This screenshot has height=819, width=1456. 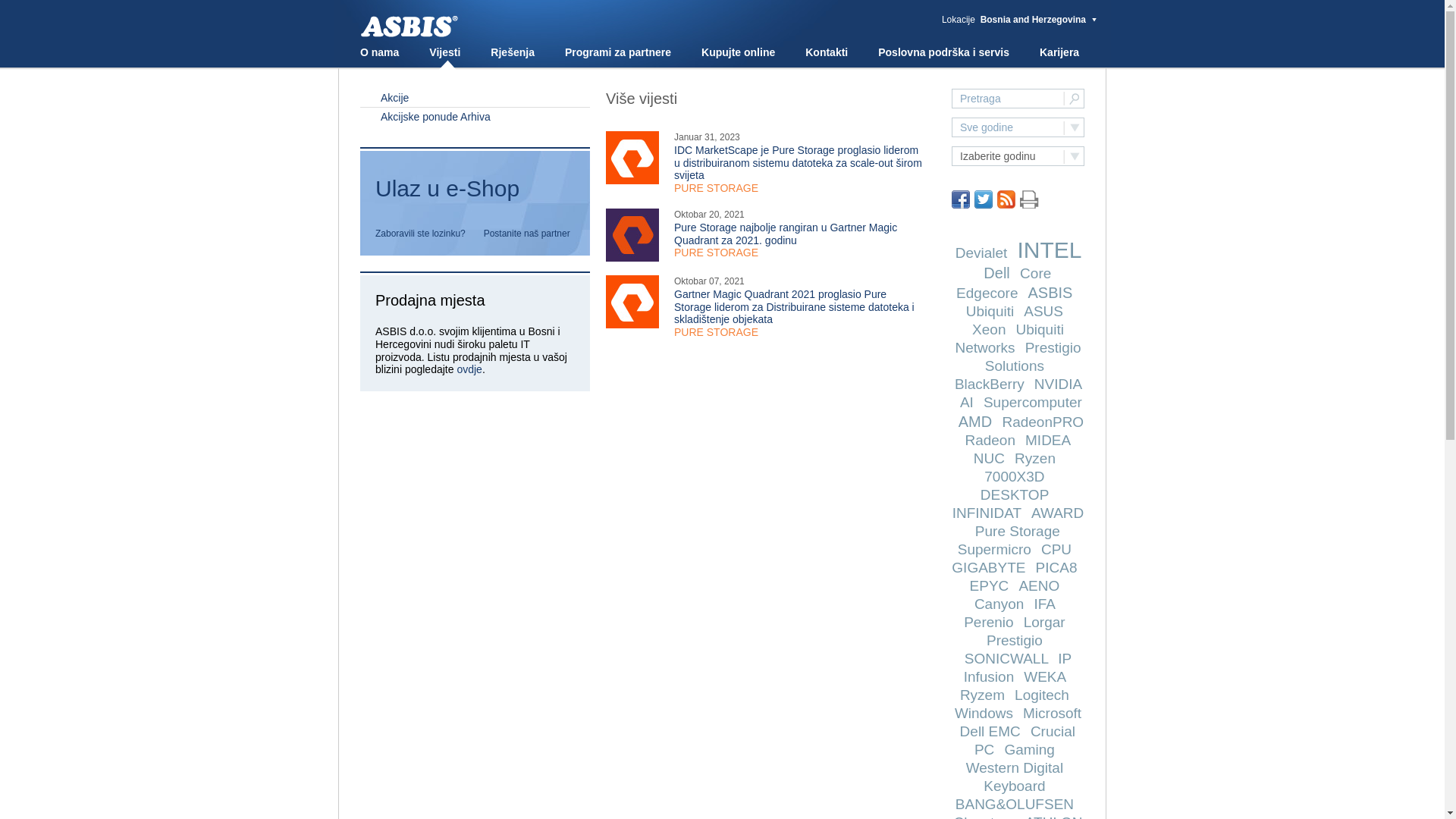 I want to click on 'Windows', so click(x=984, y=713).